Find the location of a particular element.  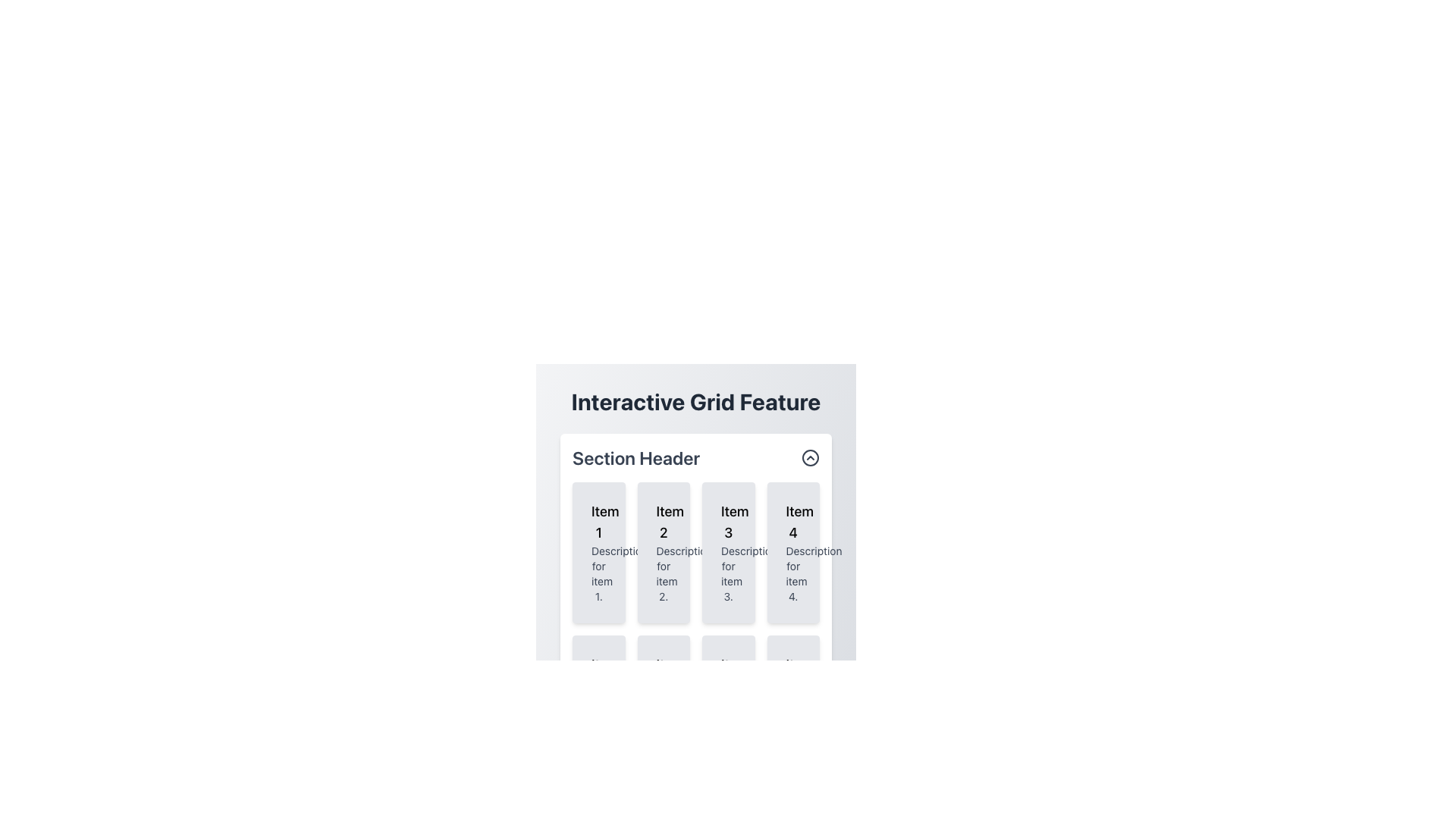

the text label that serves as the title for the second item card in the horizontal grid under the 'Section Header' is located at coordinates (664, 522).